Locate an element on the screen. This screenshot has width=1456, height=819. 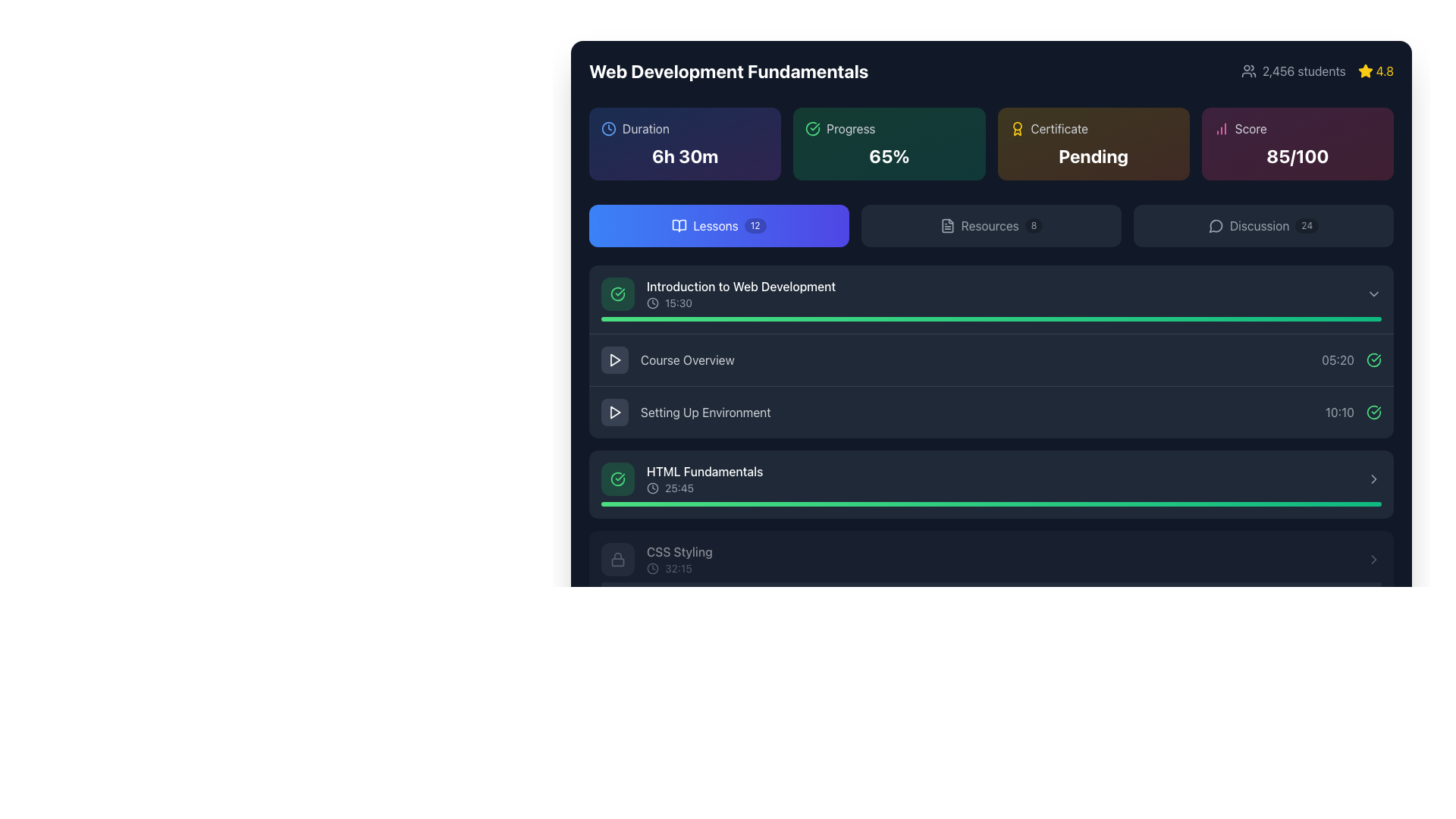
the text label reading 'HTML Fundamentals' which is styled in white font on a dark background, indicating an active state, located within a lesson interface is located at coordinates (704, 470).